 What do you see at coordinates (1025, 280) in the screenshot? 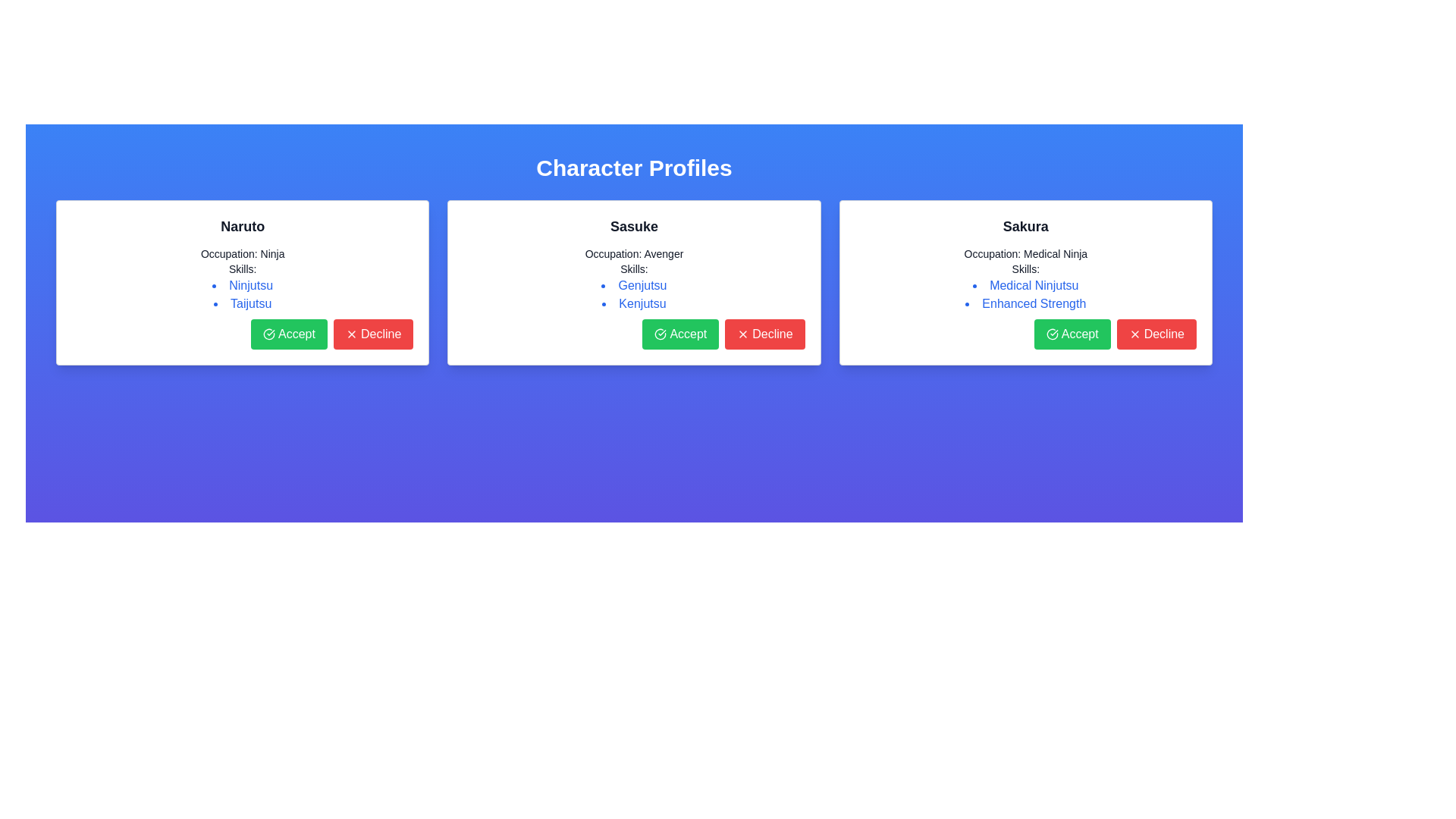
I see `the informational display text block that describes the character's occupation and skills, located in the 'Sakura' character profile card, positioned below the character's name and above the action buttons` at bounding box center [1025, 280].